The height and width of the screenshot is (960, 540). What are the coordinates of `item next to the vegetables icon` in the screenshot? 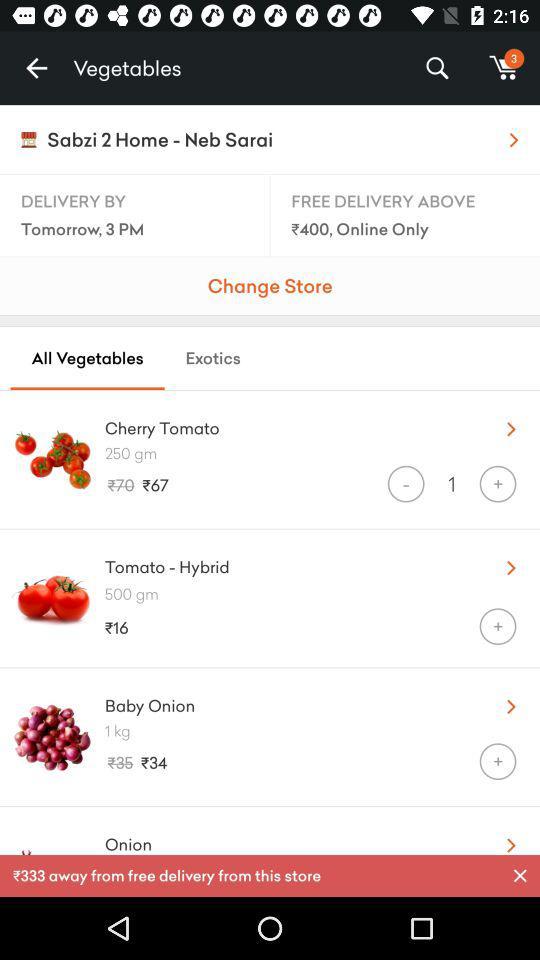 It's located at (36, 68).